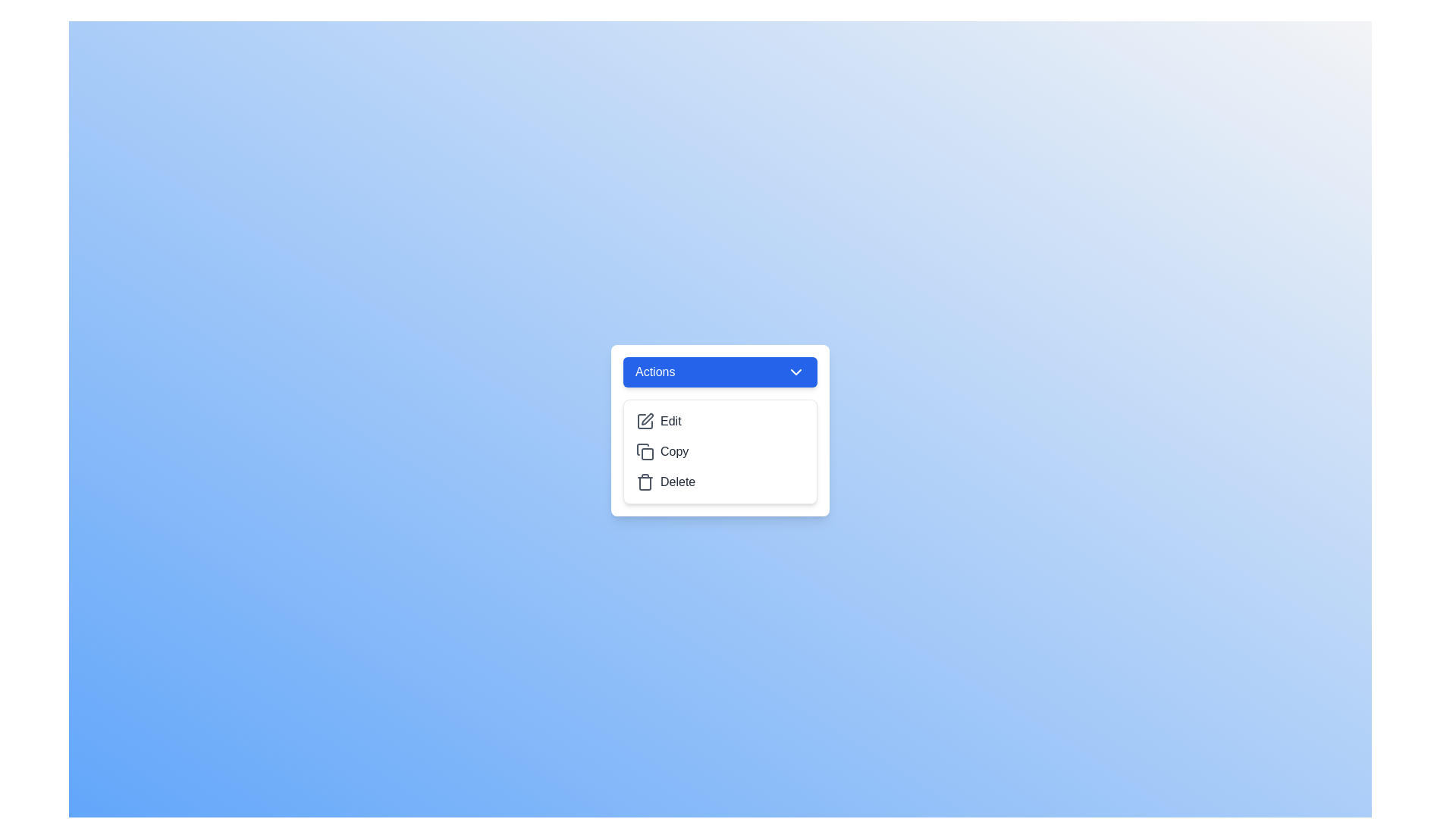 This screenshot has height=819, width=1456. Describe the element at coordinates (720, 451) in the screenshot. I see `the 'Copy' button, which is the second option in the 'Actions' dropdown menu, located between 'Edit' and 'Delete'` at that location.